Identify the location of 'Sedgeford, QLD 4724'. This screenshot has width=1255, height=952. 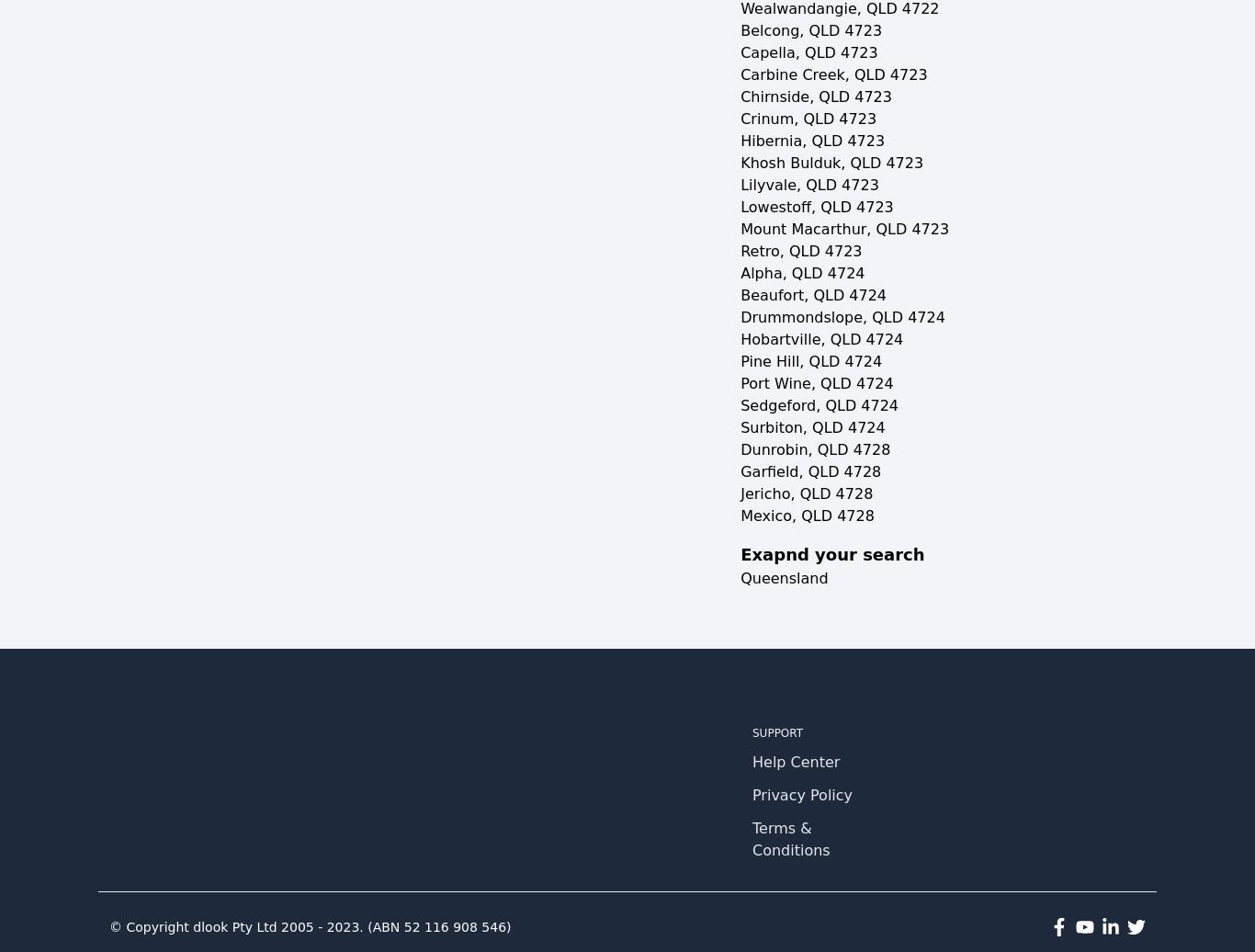
(818, 405).